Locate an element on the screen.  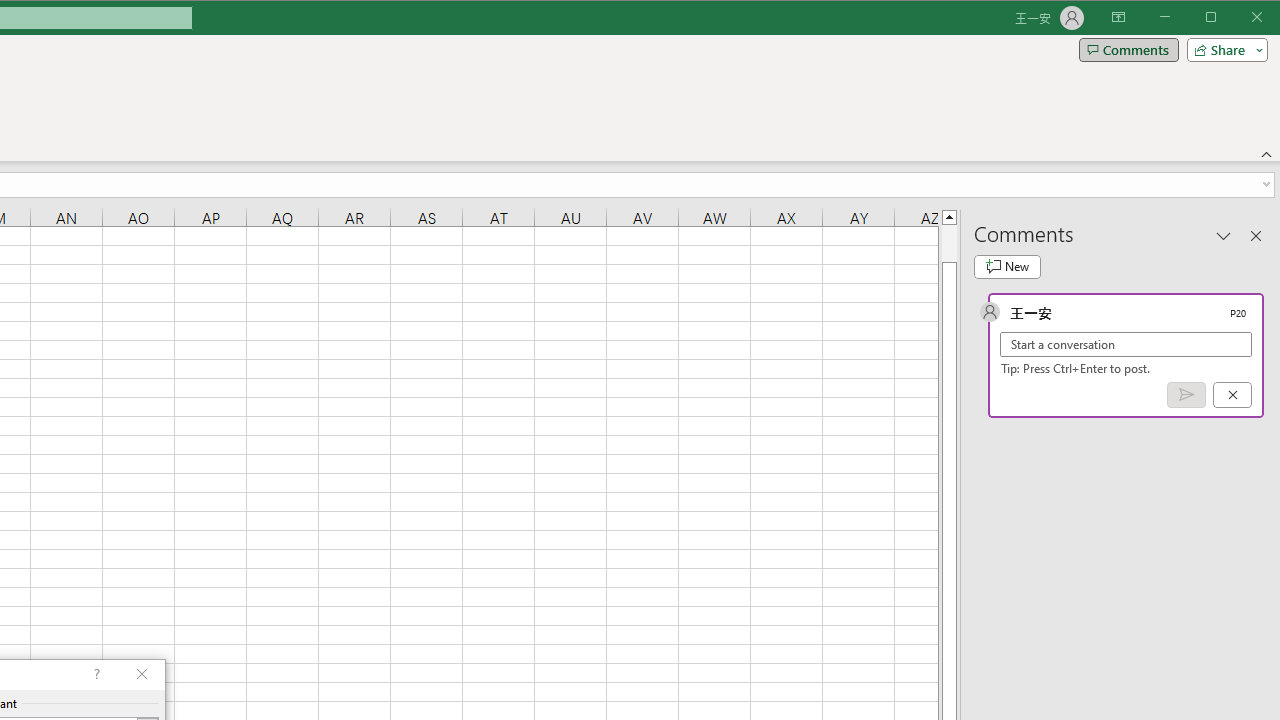
'Post comment (Ctrl + Enter)' is located at coordinates (1186, 395).